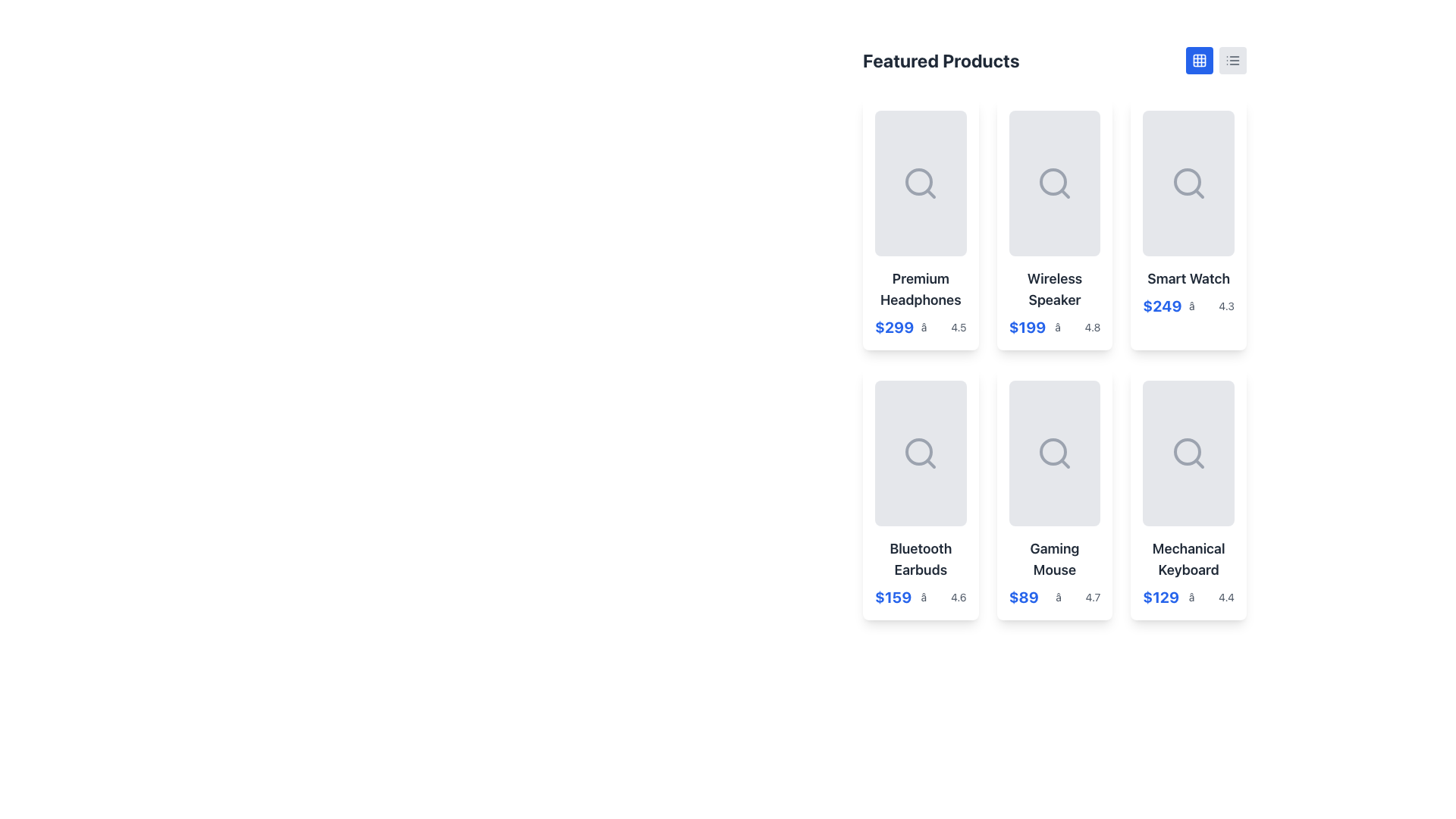 The height and width of the screenshot is (819, 1456). What do you see at coordinates (1054, 596) in the screenshot?
I see `text content of the price label displaying '$89' on the left and the rating '4.7' on the right, which is visually grouped with the 'Gaming Mouse' title above` at bounding box center [1054, 596].